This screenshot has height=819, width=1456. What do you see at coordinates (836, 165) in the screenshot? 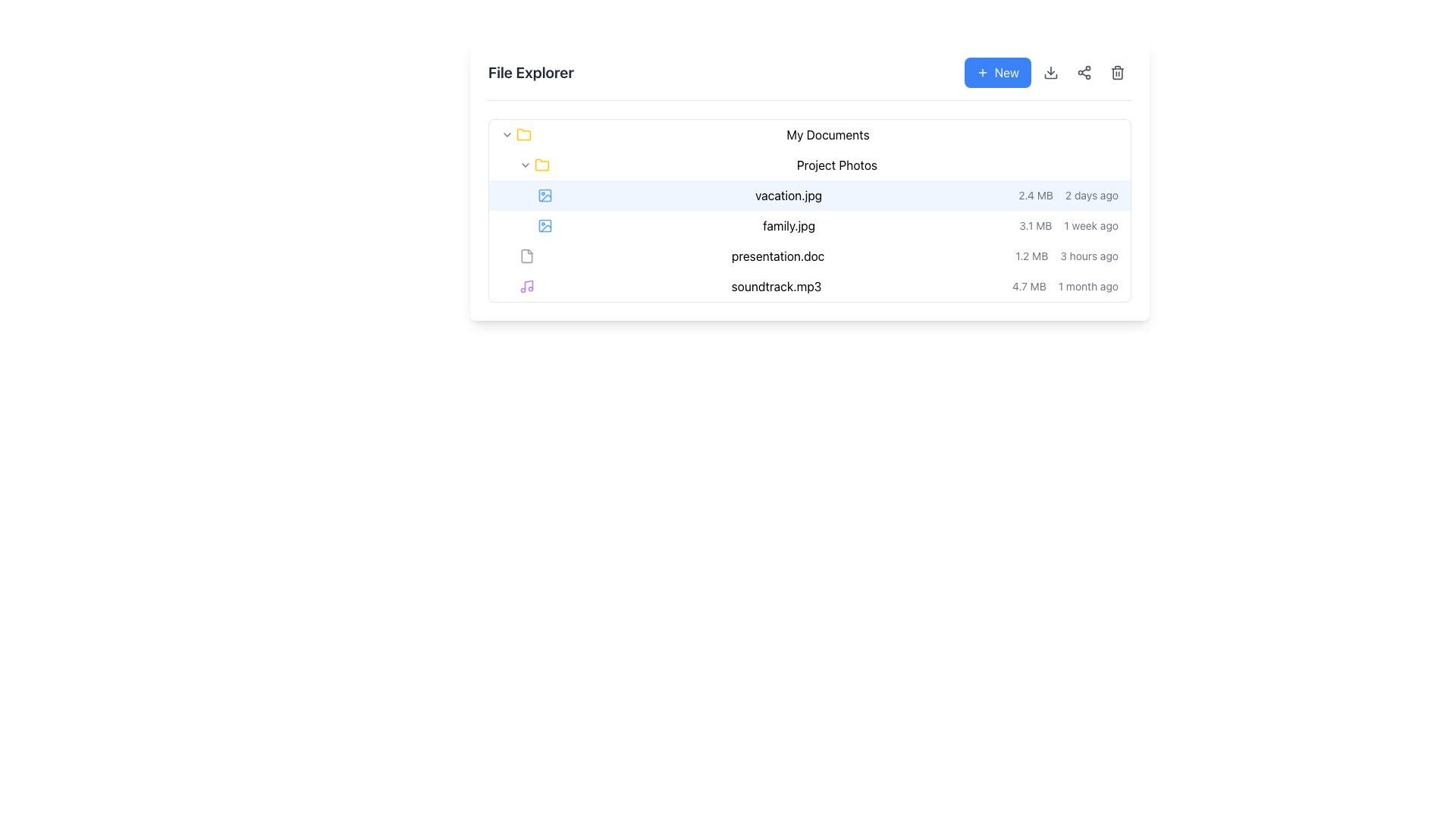
I see `the 'Project Photos' text label` at bounding box center [836, 165].